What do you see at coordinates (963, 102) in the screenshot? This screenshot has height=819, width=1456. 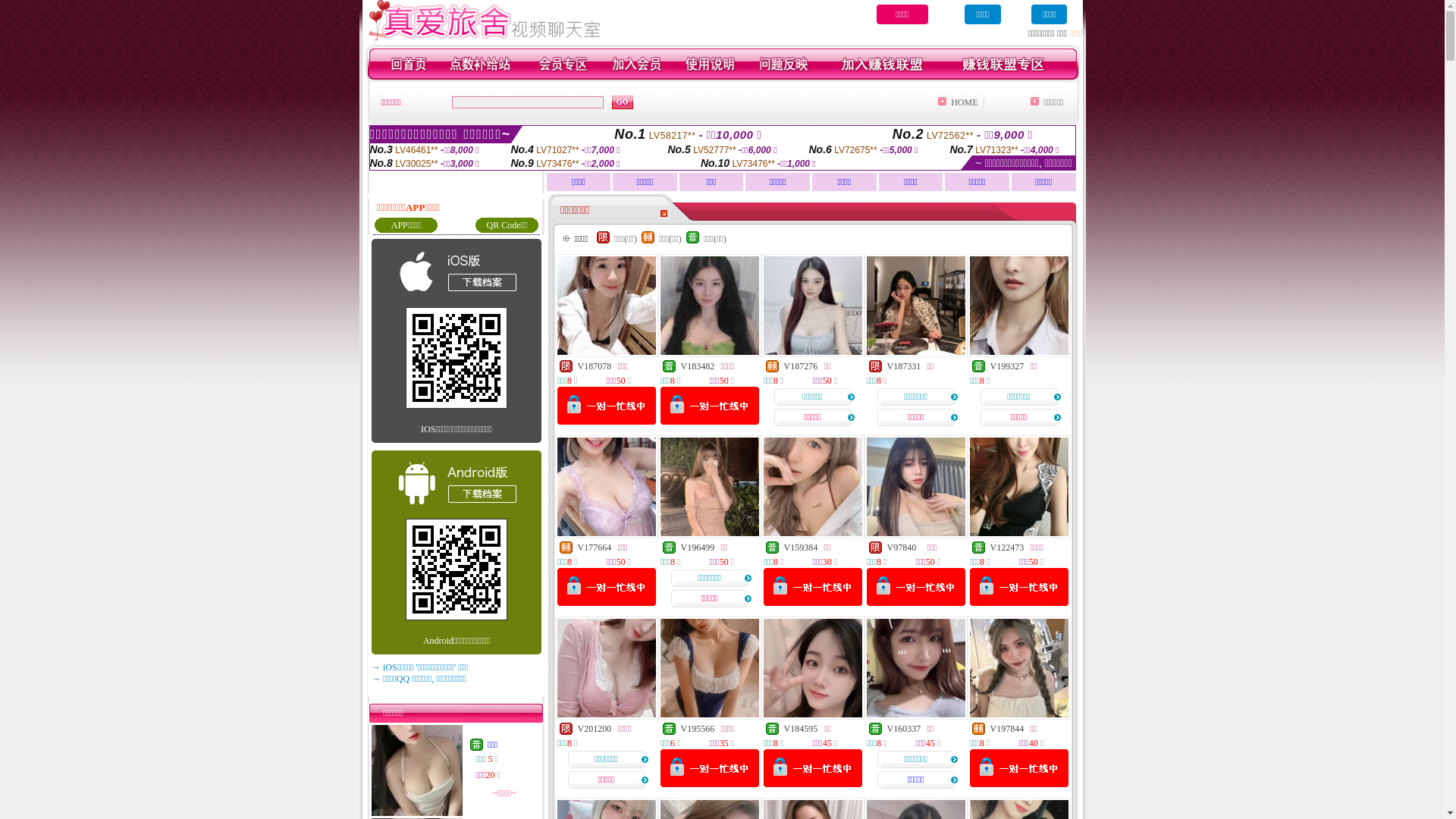 I see `'HOME'` at bounding box center [963, 102].